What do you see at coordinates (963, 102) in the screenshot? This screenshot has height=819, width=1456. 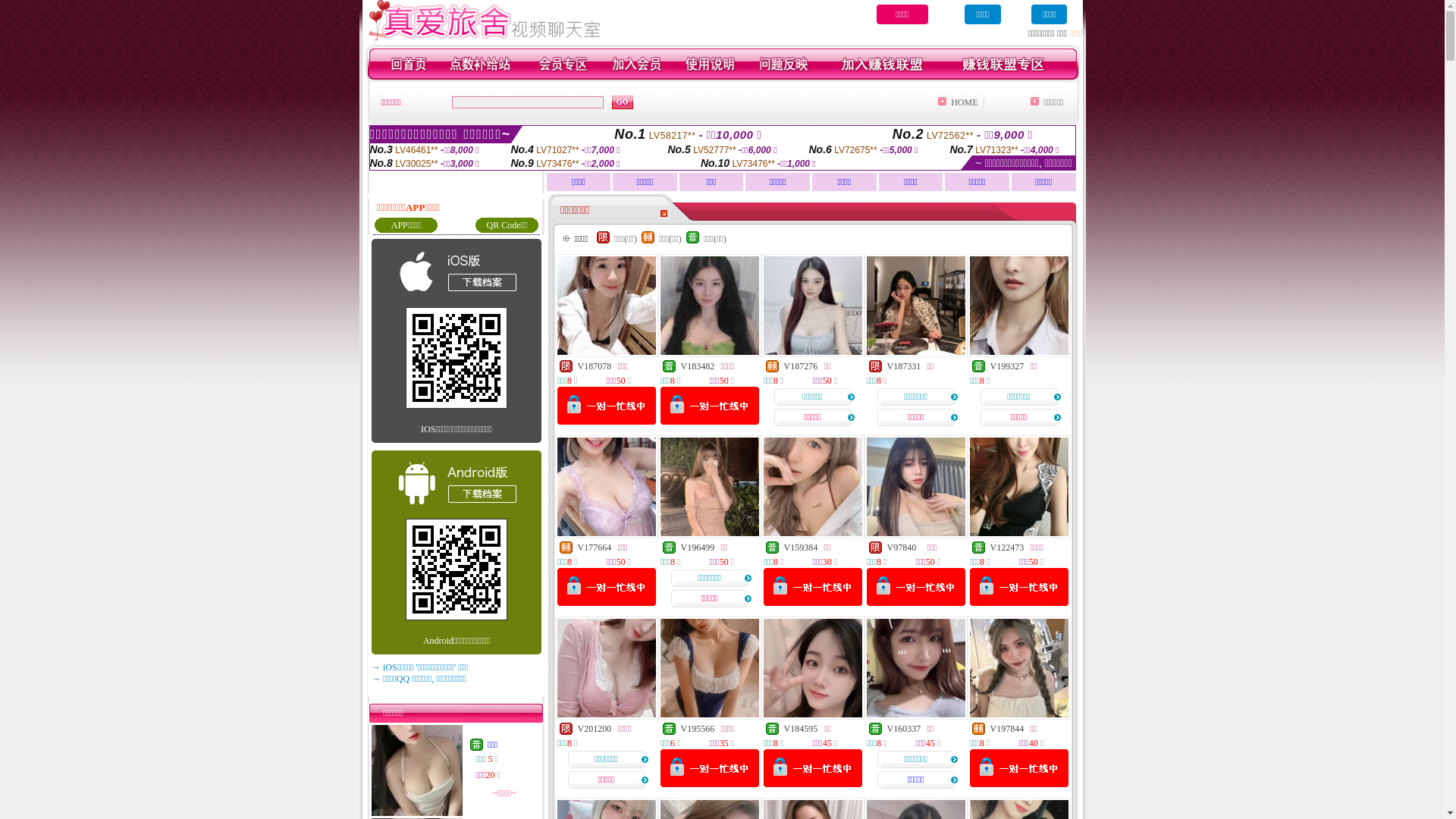 I see `'HOME'` at bounding box center [963, 102].